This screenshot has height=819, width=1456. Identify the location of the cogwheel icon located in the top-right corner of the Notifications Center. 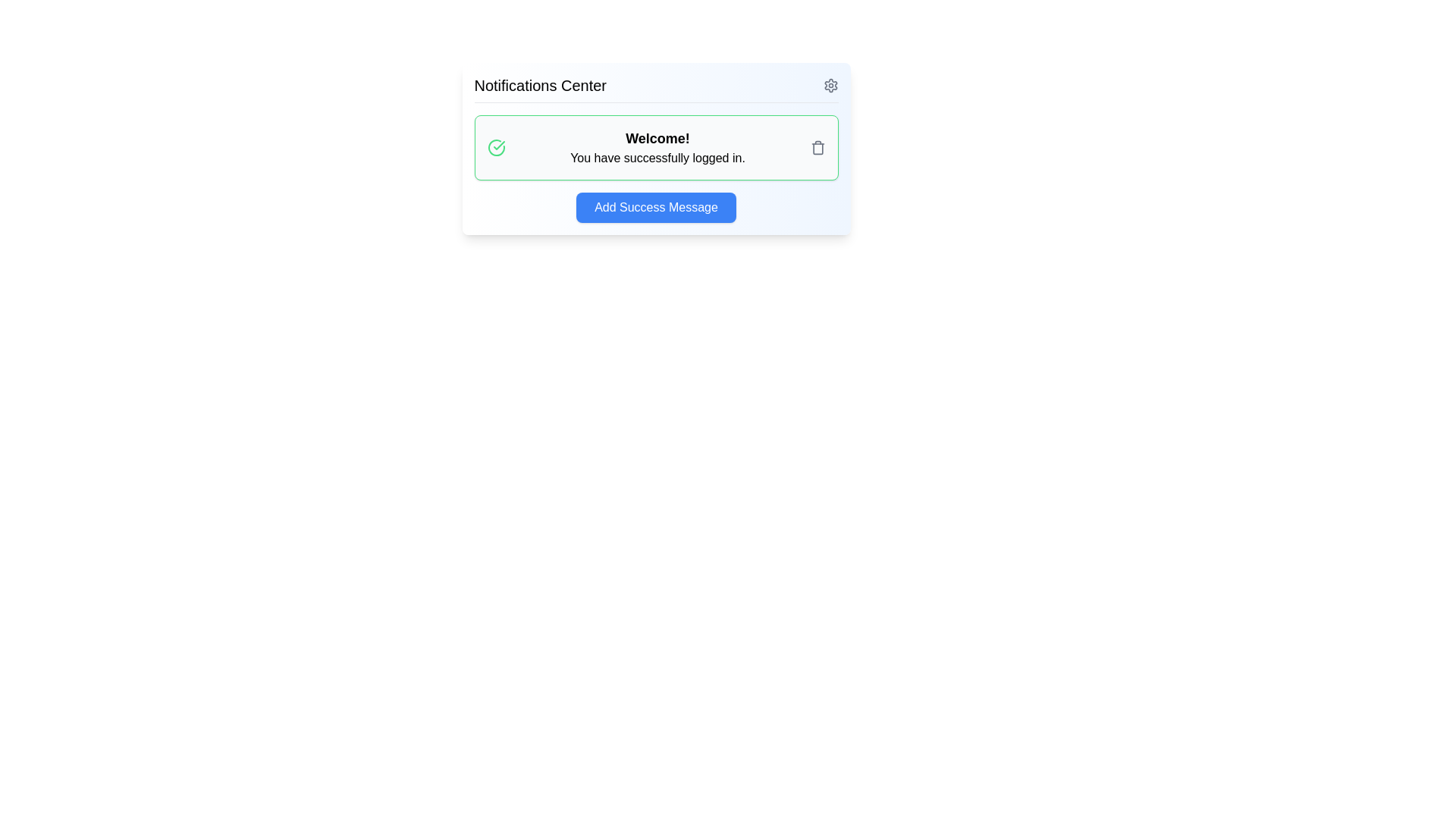
(830, 85).